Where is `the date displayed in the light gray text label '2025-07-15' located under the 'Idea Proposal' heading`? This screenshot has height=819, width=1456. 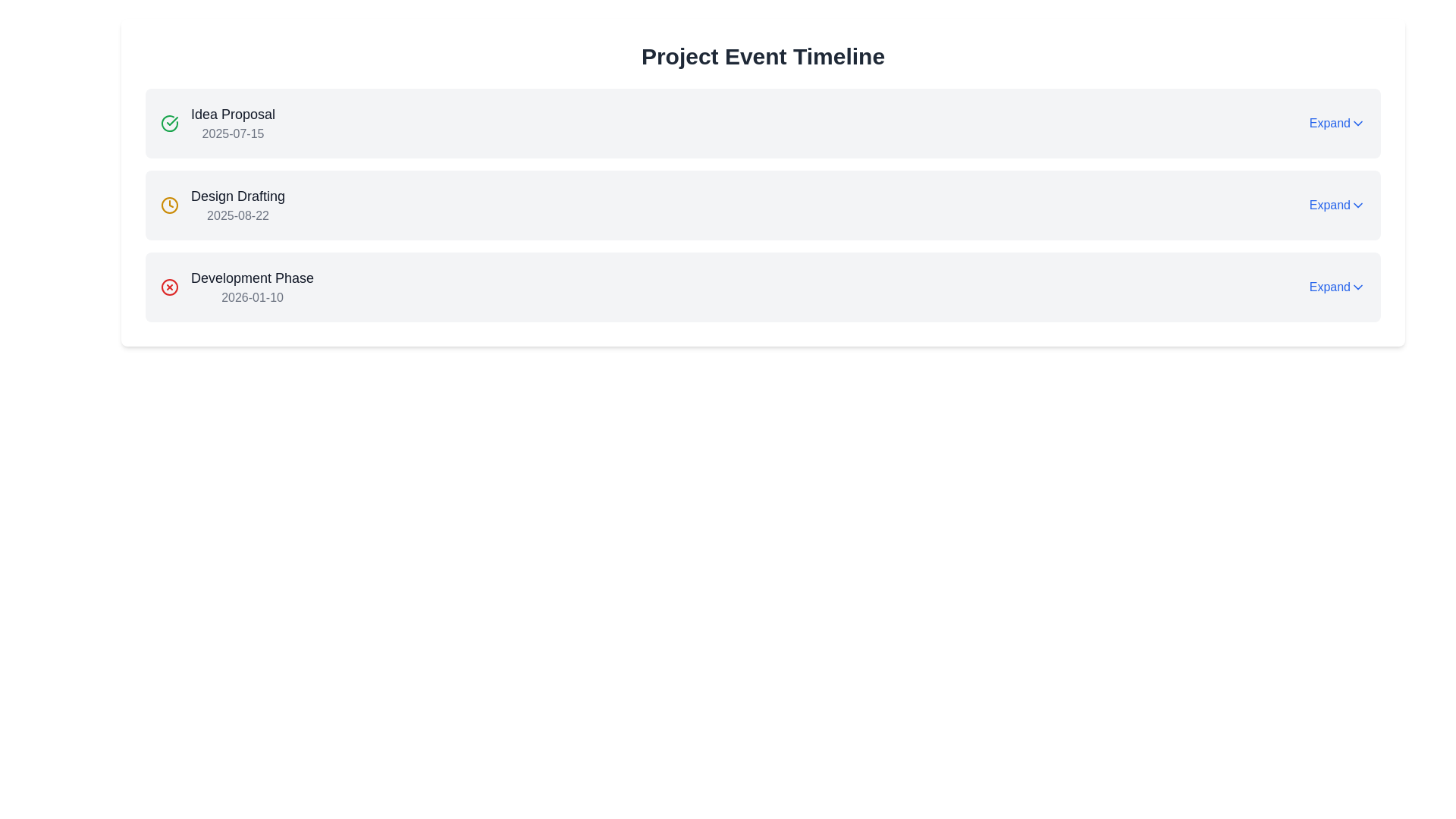
the date displayed in the light gray text label '2025-07-15' located under the 'Idea Proposal' heading is located at coordinates (232, 133).